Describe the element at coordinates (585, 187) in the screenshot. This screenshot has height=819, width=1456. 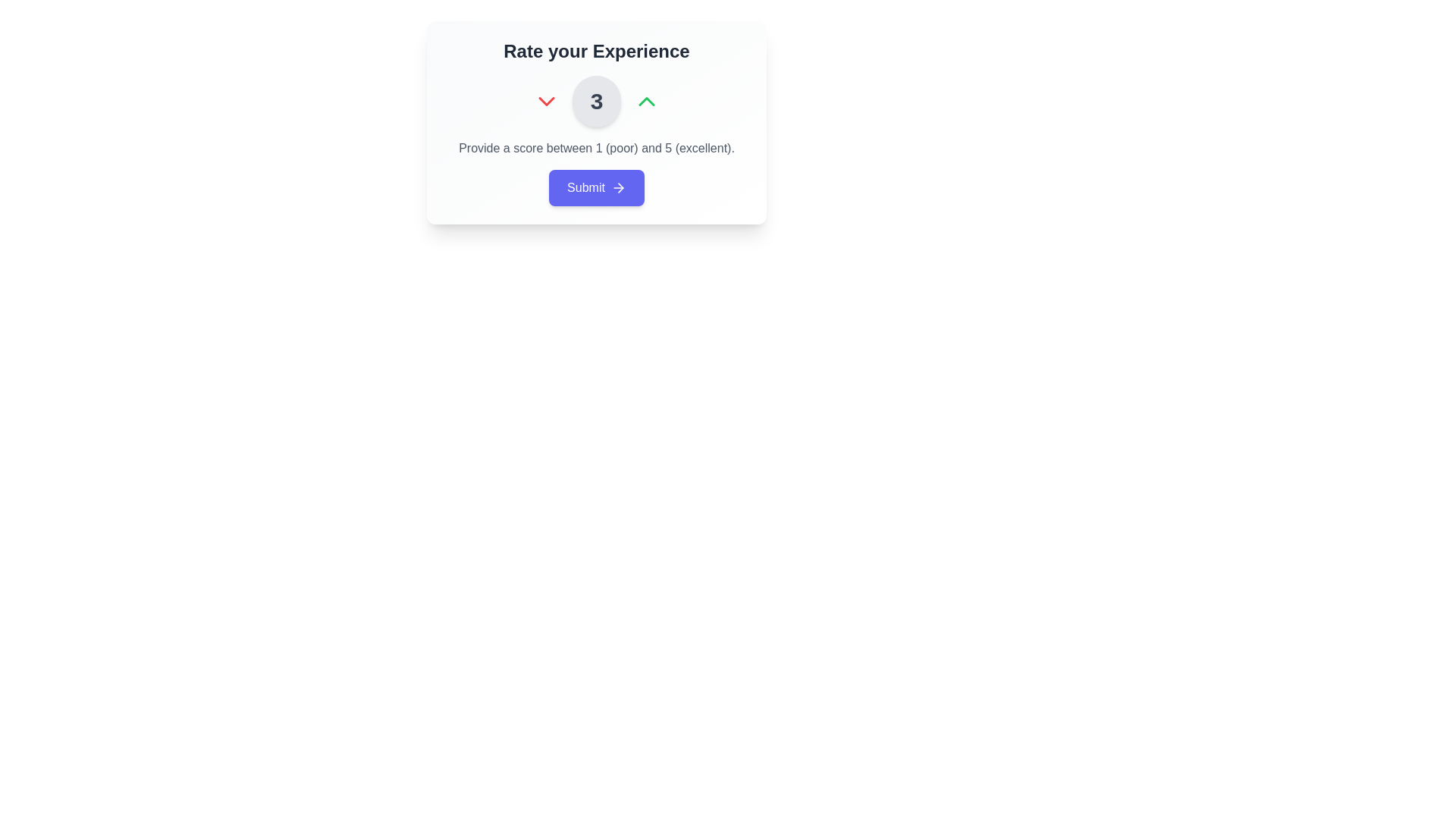
I see `text label 'Submit' which is displayed in white font on a blue button, located below the instruction text` at that location.